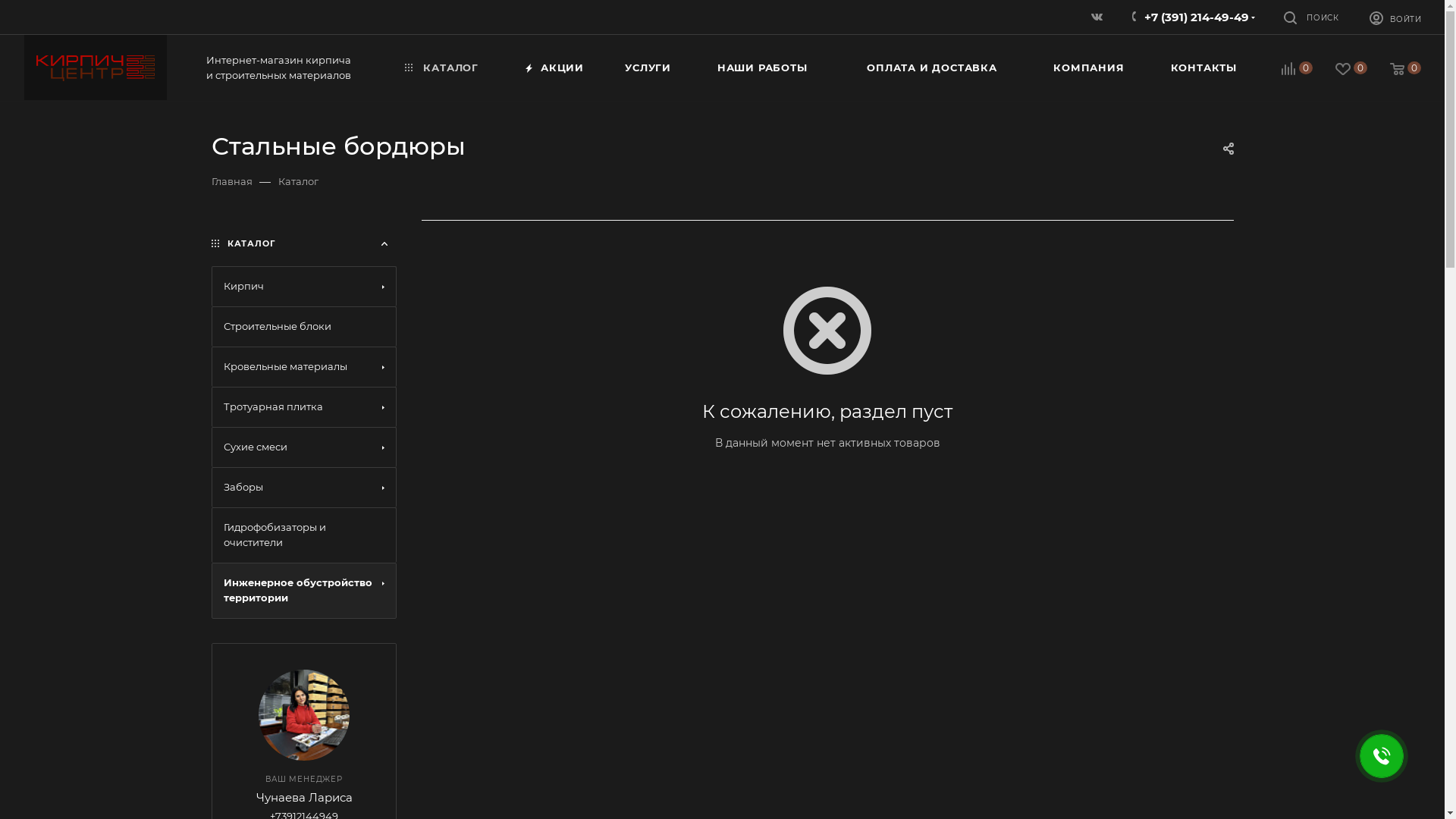  Describe the element at coordinates (1196, 17) in the screenshot. I see `'+7 (391) 214-49-49'` at that location.